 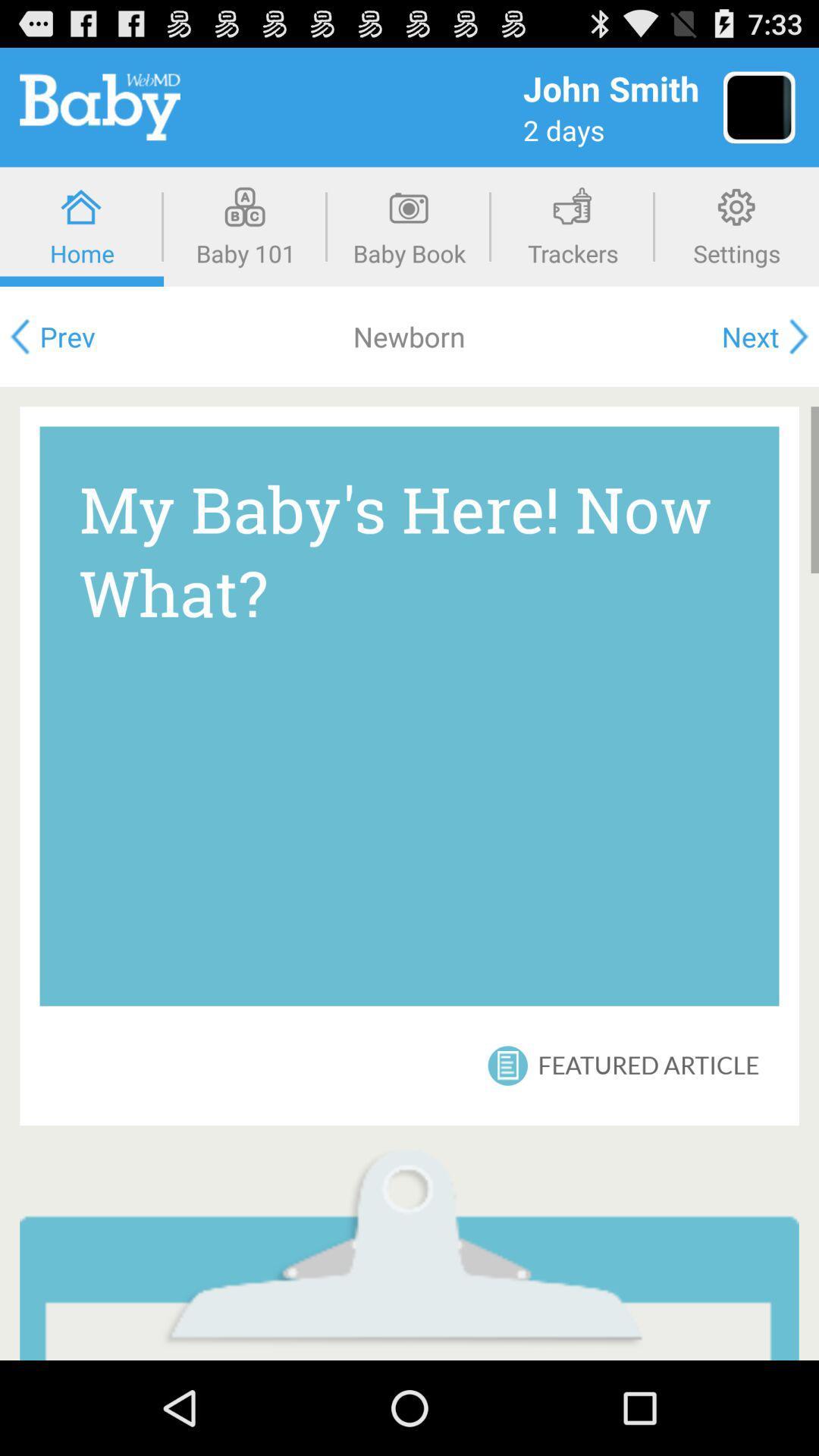 I want to click on the item below my baby s, so click(x=648, y=1065).